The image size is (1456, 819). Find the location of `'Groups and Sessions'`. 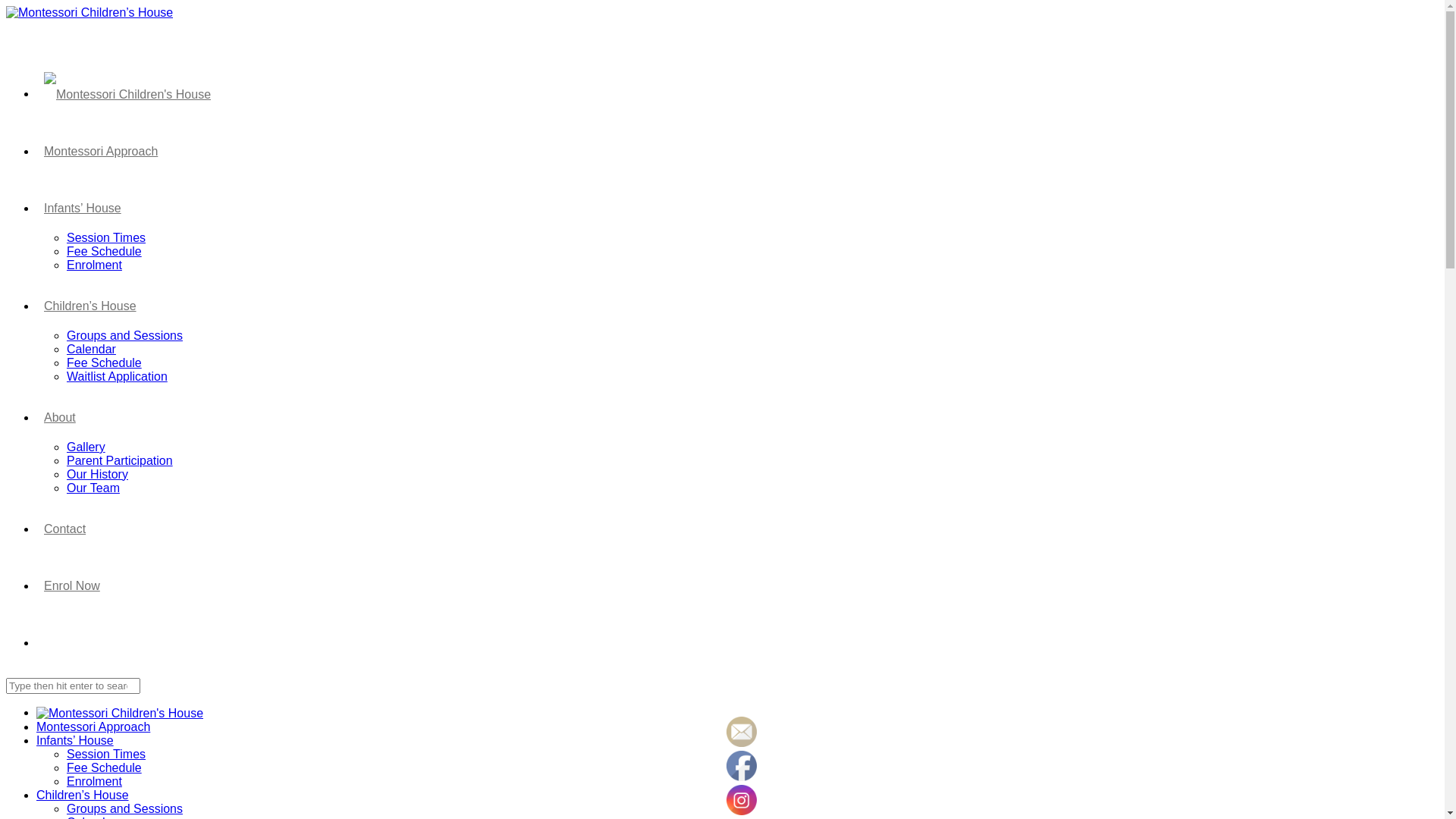

'Groups and Sessions' is located at coordinates (124, 334).